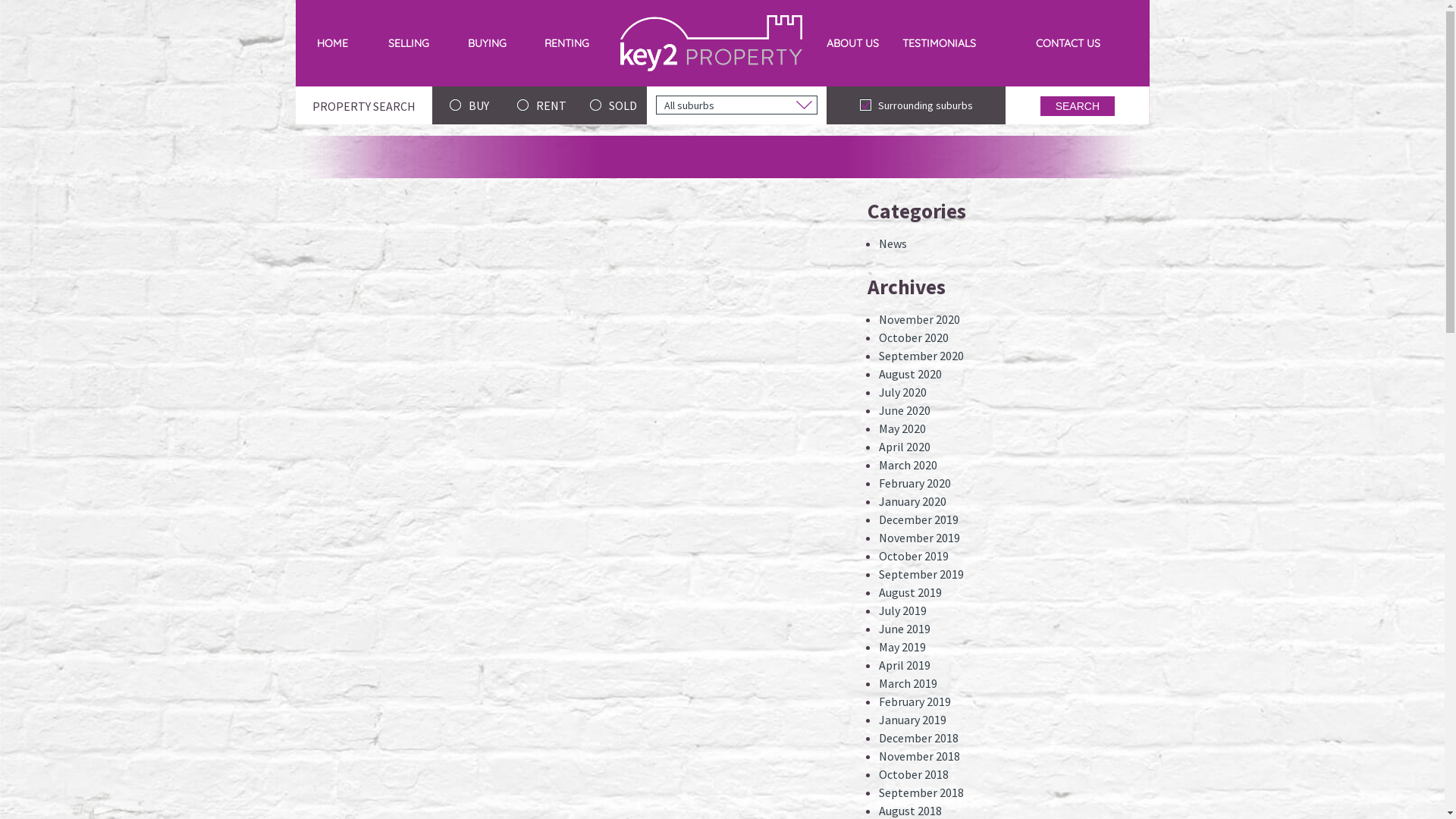 Image resolution: width=1456 pixels, height=819 pixels. What do you see at coordinates (910, 374) in the screenshot?
I see `'August 2020'` at bounding box center [910, 374].